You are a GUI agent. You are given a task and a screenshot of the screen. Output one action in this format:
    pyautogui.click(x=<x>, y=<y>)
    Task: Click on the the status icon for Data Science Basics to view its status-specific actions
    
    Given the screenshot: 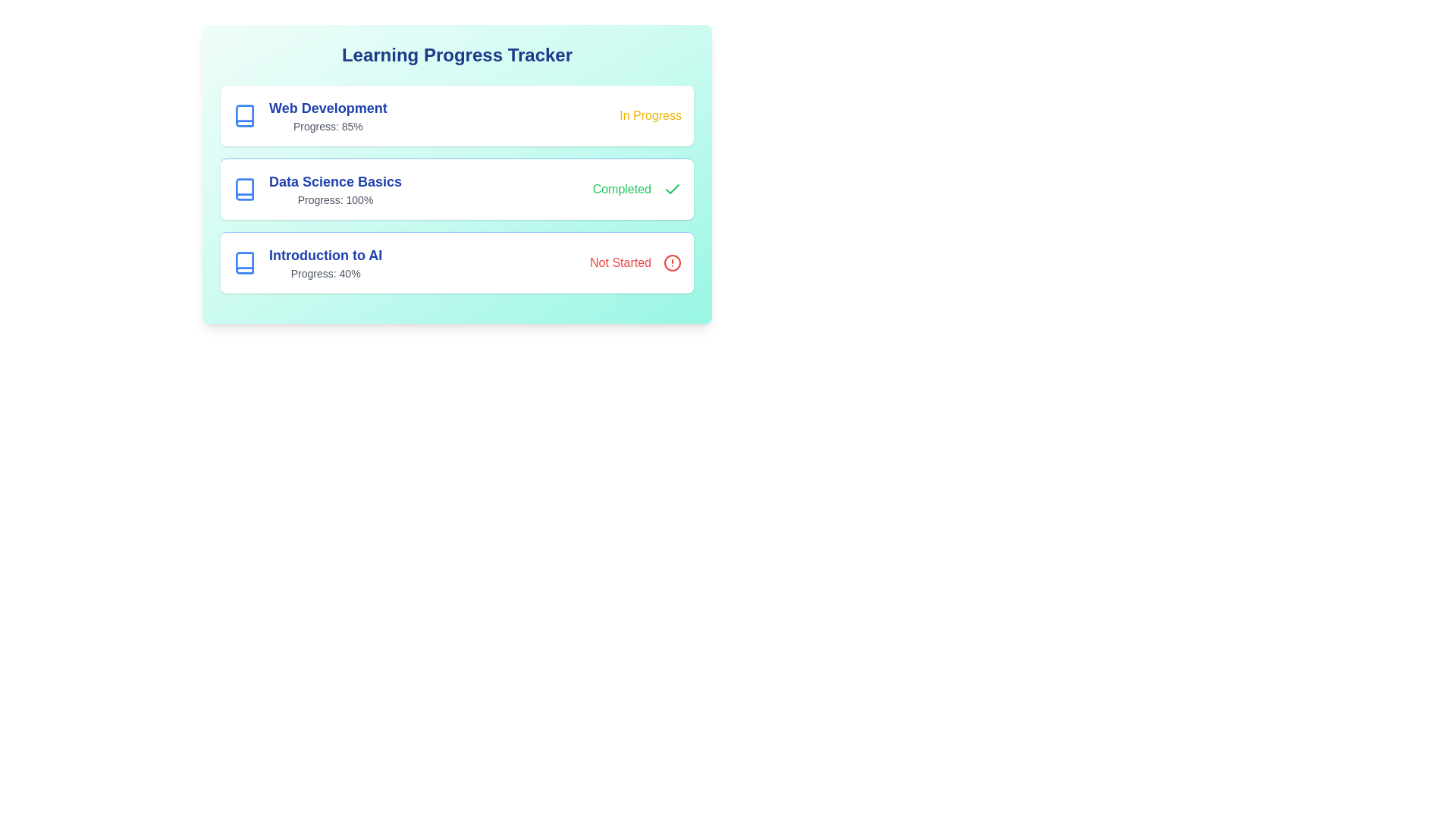 What is the action you would take?
    pyautogui.click(x=637, y=189)
    